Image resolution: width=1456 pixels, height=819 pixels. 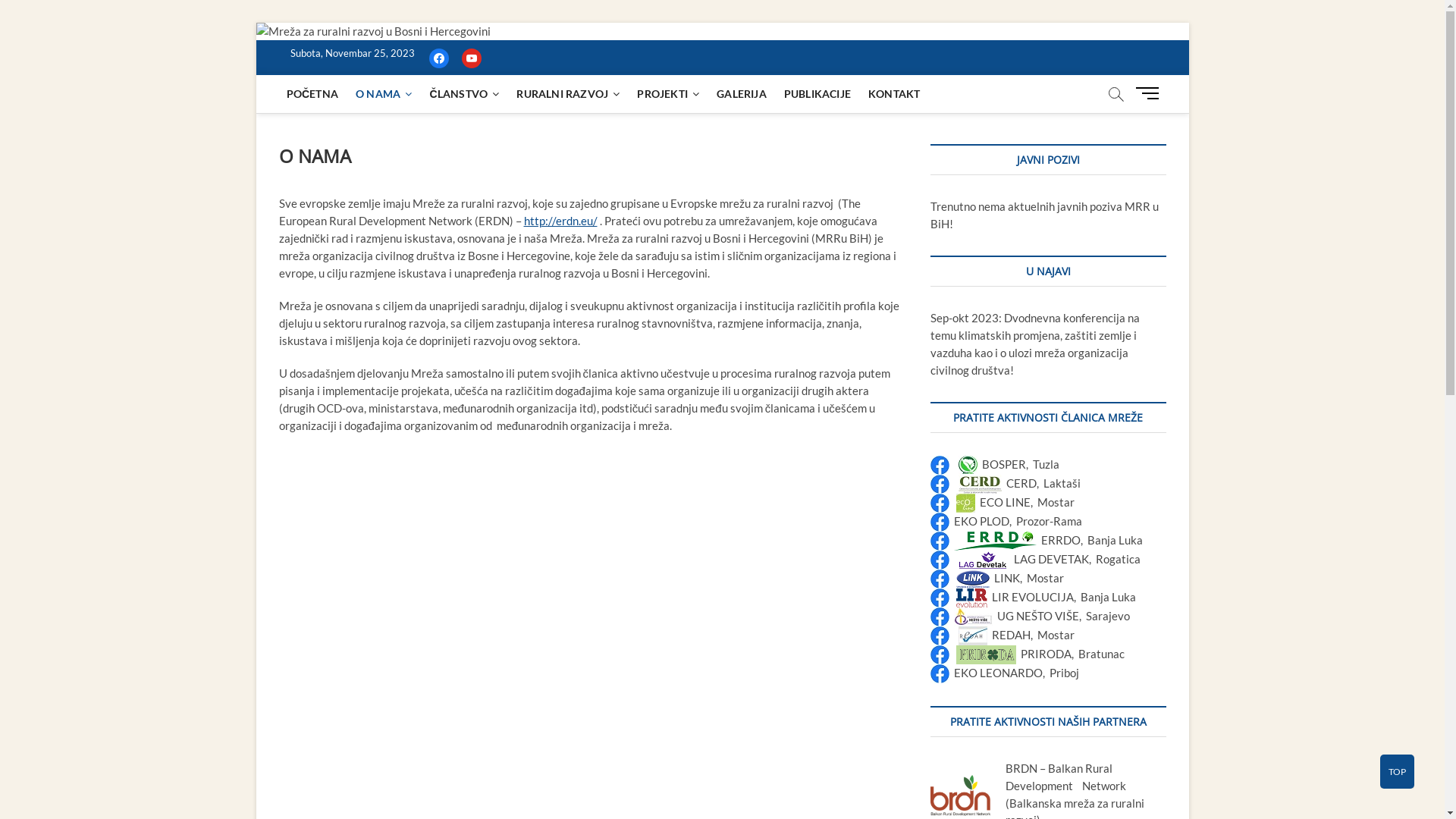 I want to click on 'RURALNI RAZVOJ', so click(x=566, y=93).